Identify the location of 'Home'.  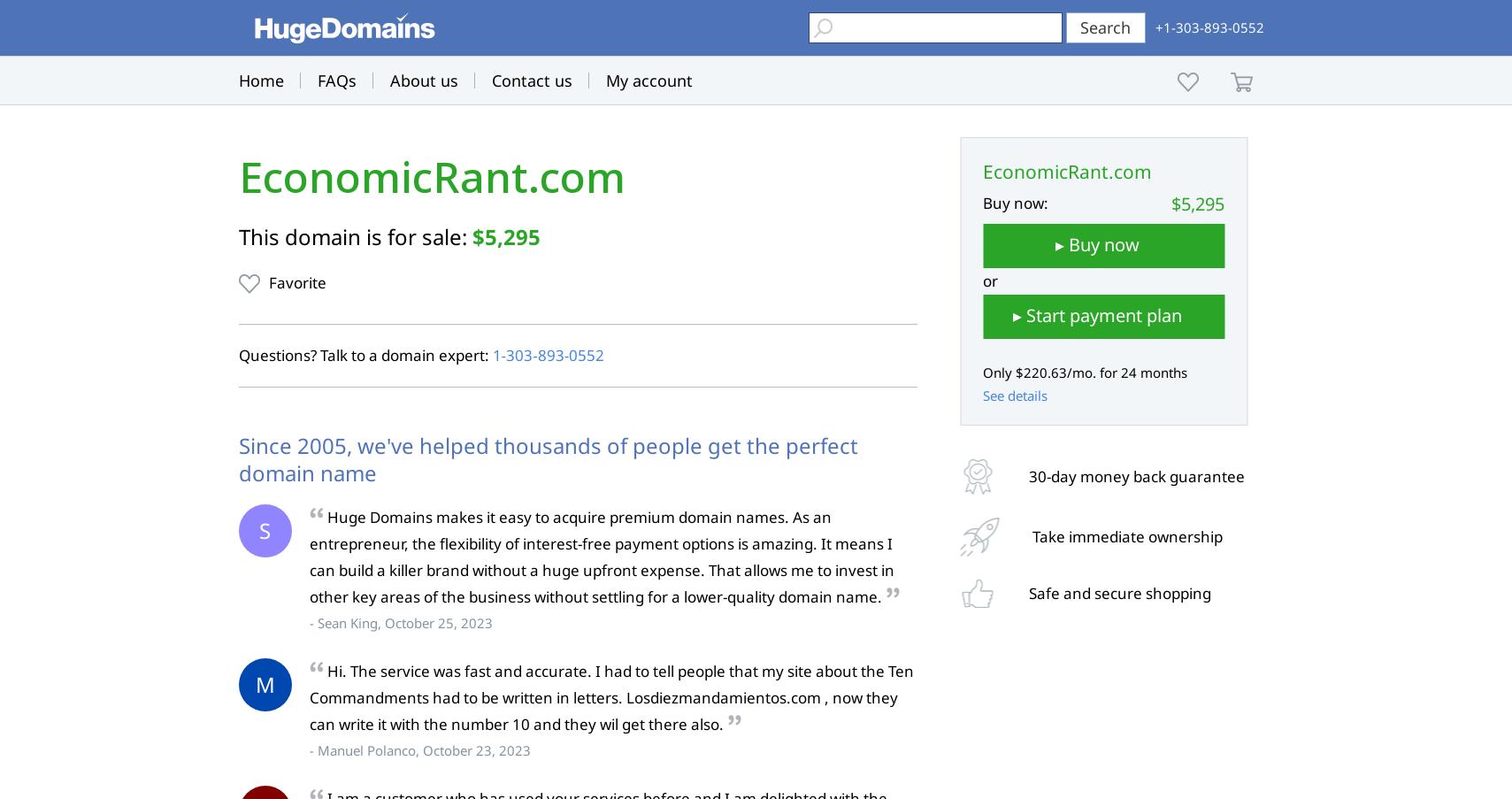
(259, 81).